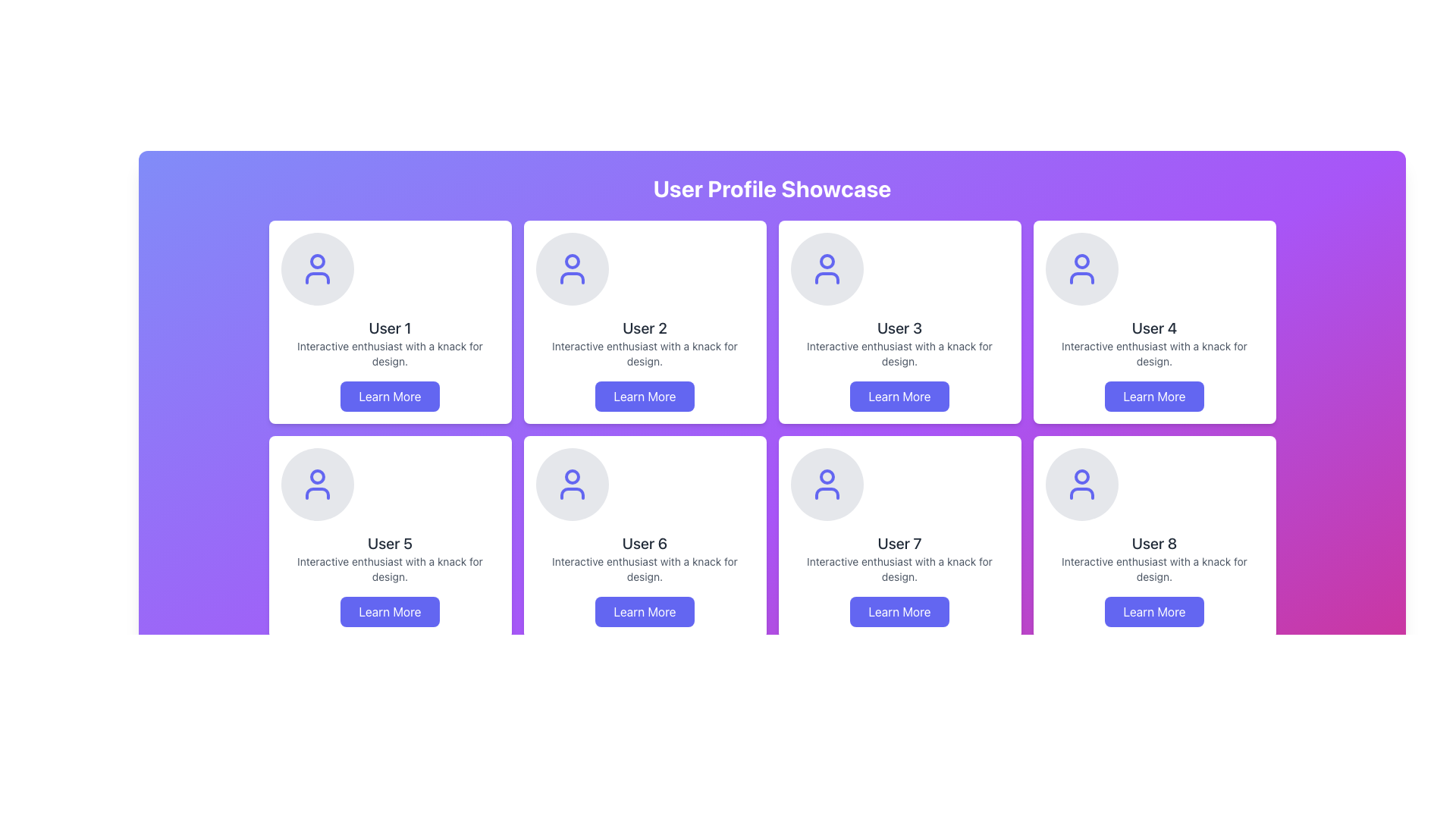 Image resolution: width=1456 pixels, height=819 pixels. What do you see at coordinates (899, 543) in the screenshot?
I see `the user identifier text label located at the bottom section of the profile card` at bounding box center [899, 543].